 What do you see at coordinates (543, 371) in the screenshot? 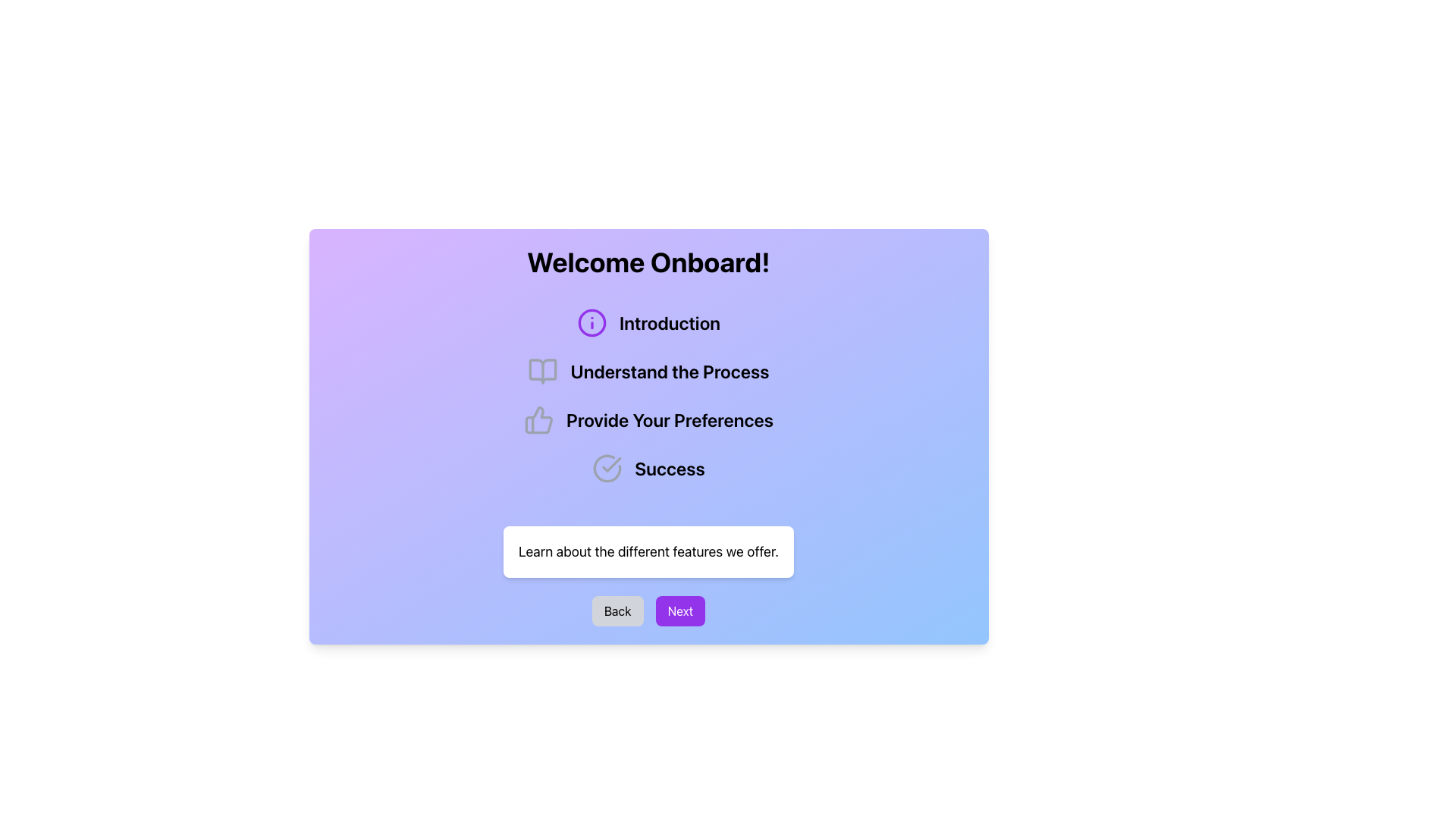
I see `the stylized open book icon located to the left of the 'Understand the Process' text, highlighting it in the user interface` at bounding box center [543, 371].